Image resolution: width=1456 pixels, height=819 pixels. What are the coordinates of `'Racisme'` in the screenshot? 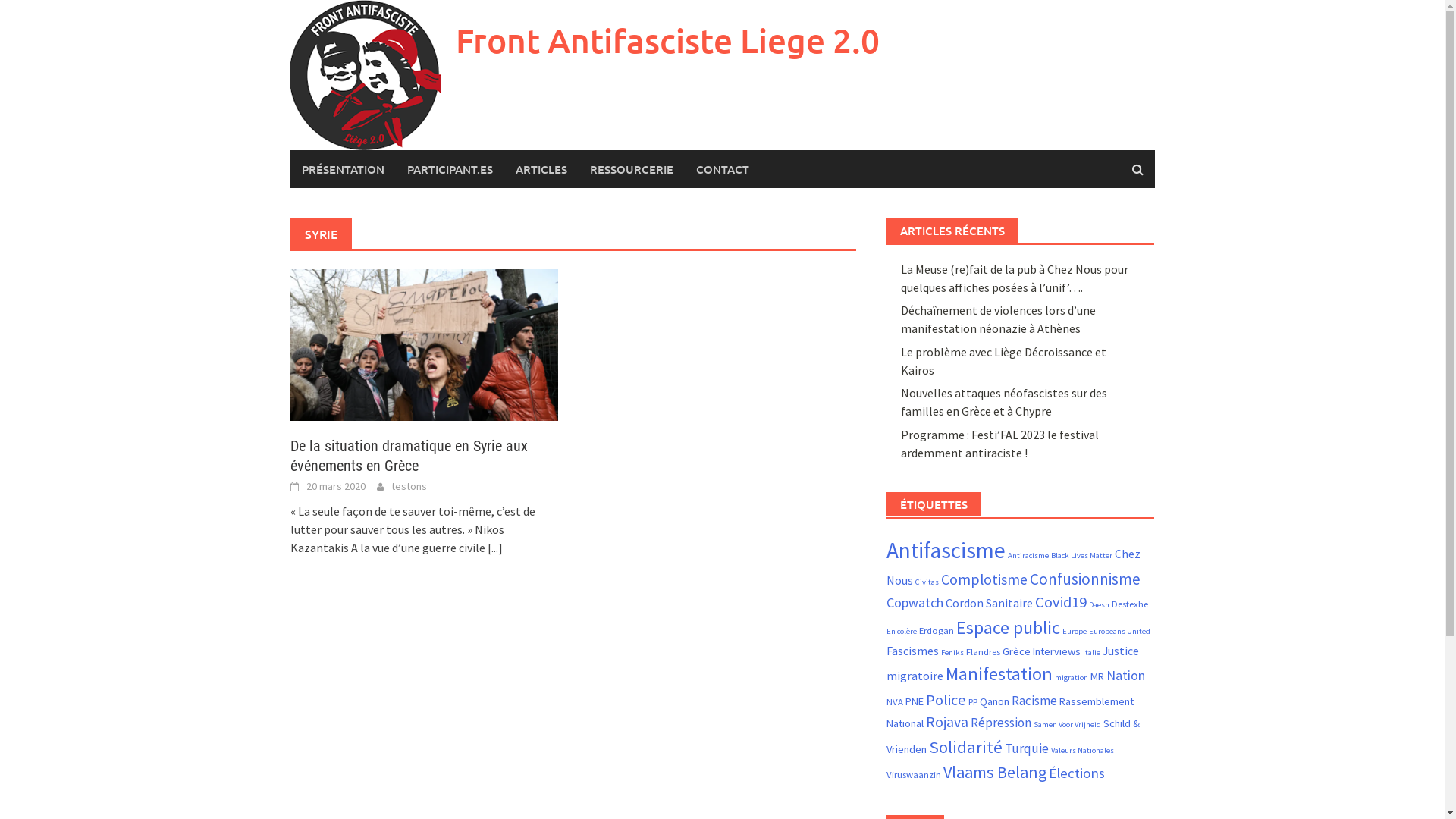 It's located at (1033, 701).